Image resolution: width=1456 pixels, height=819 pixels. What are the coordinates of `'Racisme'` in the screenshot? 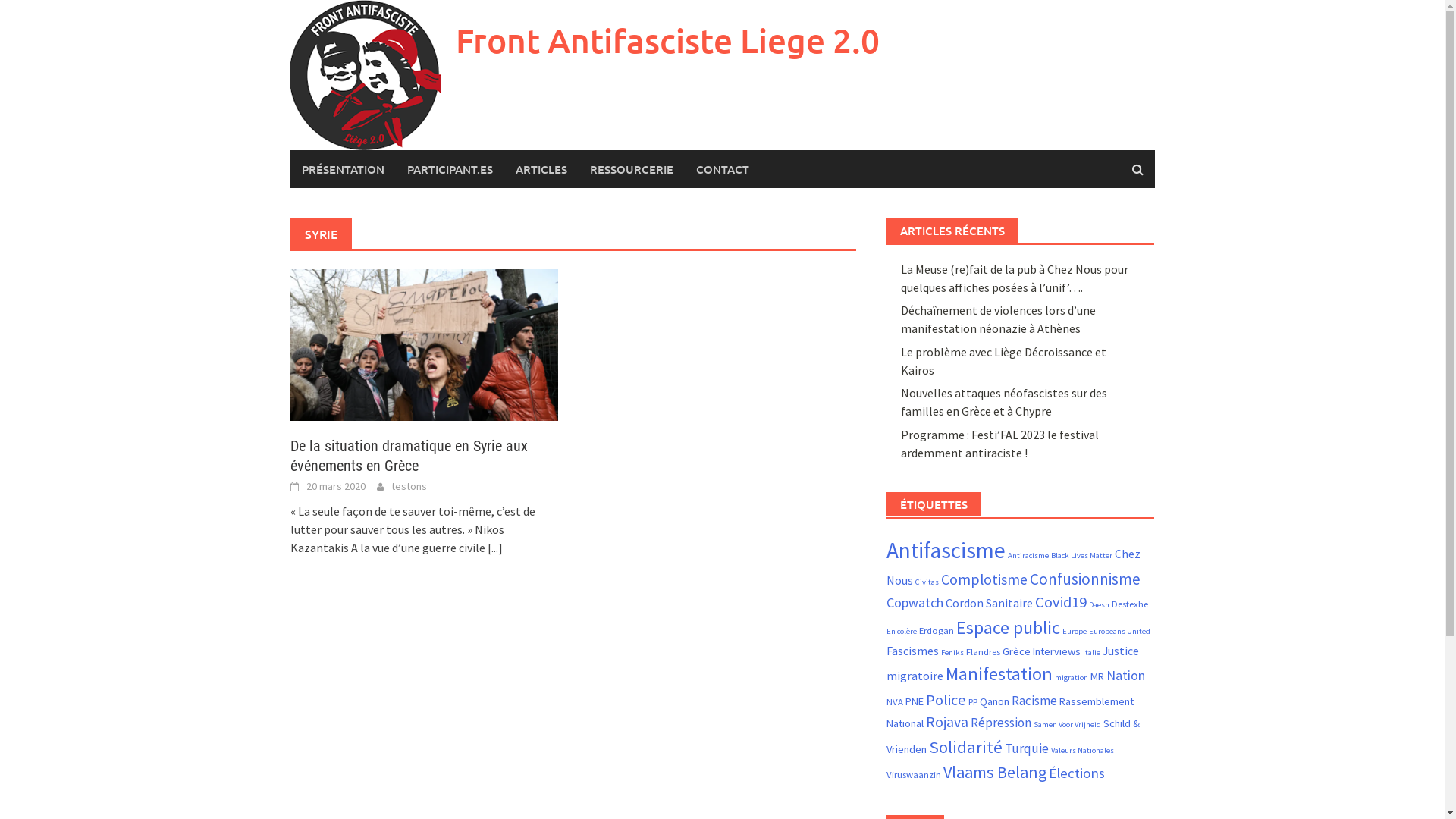 It's located at (1033, 701).